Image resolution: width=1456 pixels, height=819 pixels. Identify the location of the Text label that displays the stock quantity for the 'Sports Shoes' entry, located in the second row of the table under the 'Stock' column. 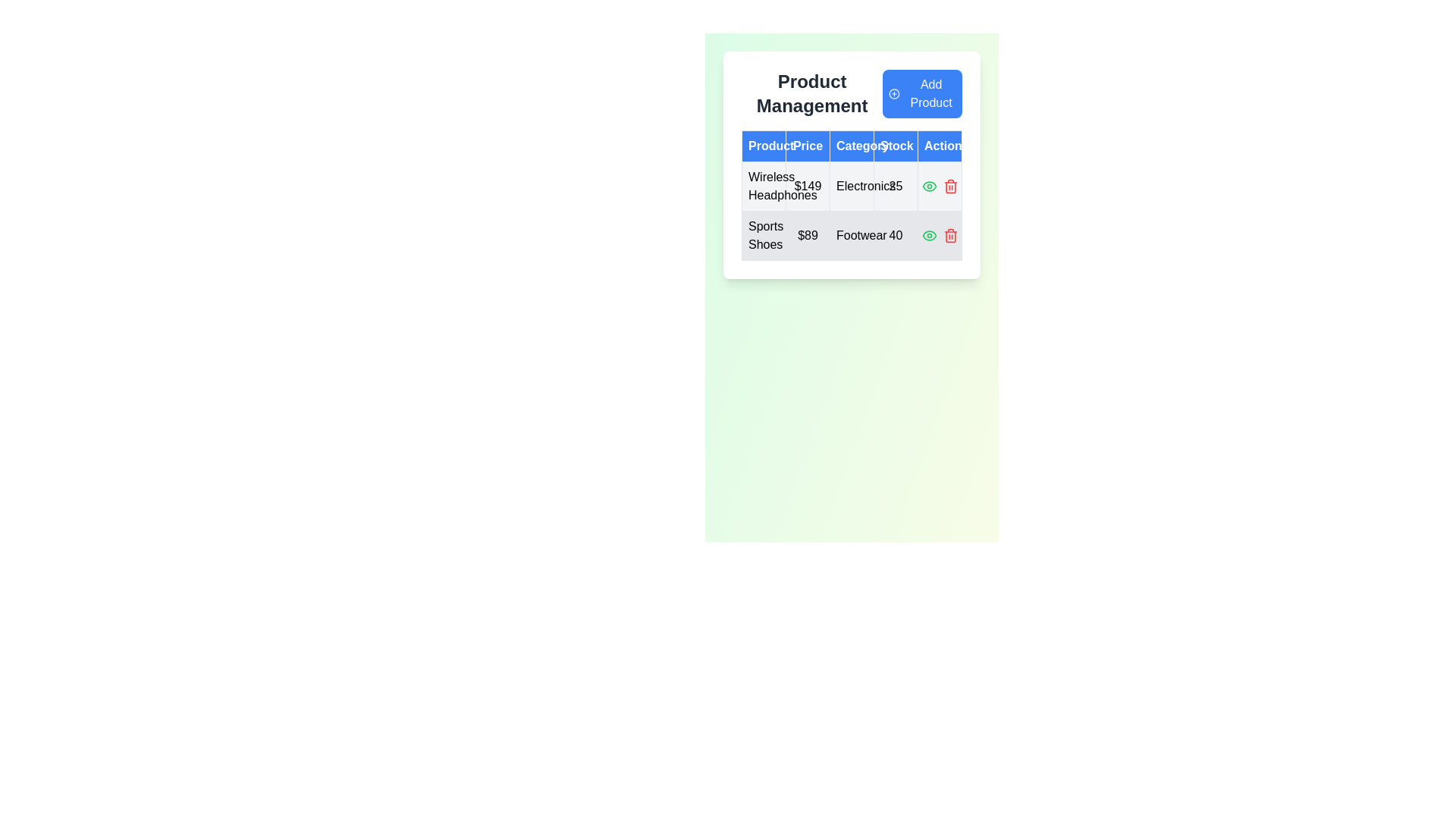
(896, 236).